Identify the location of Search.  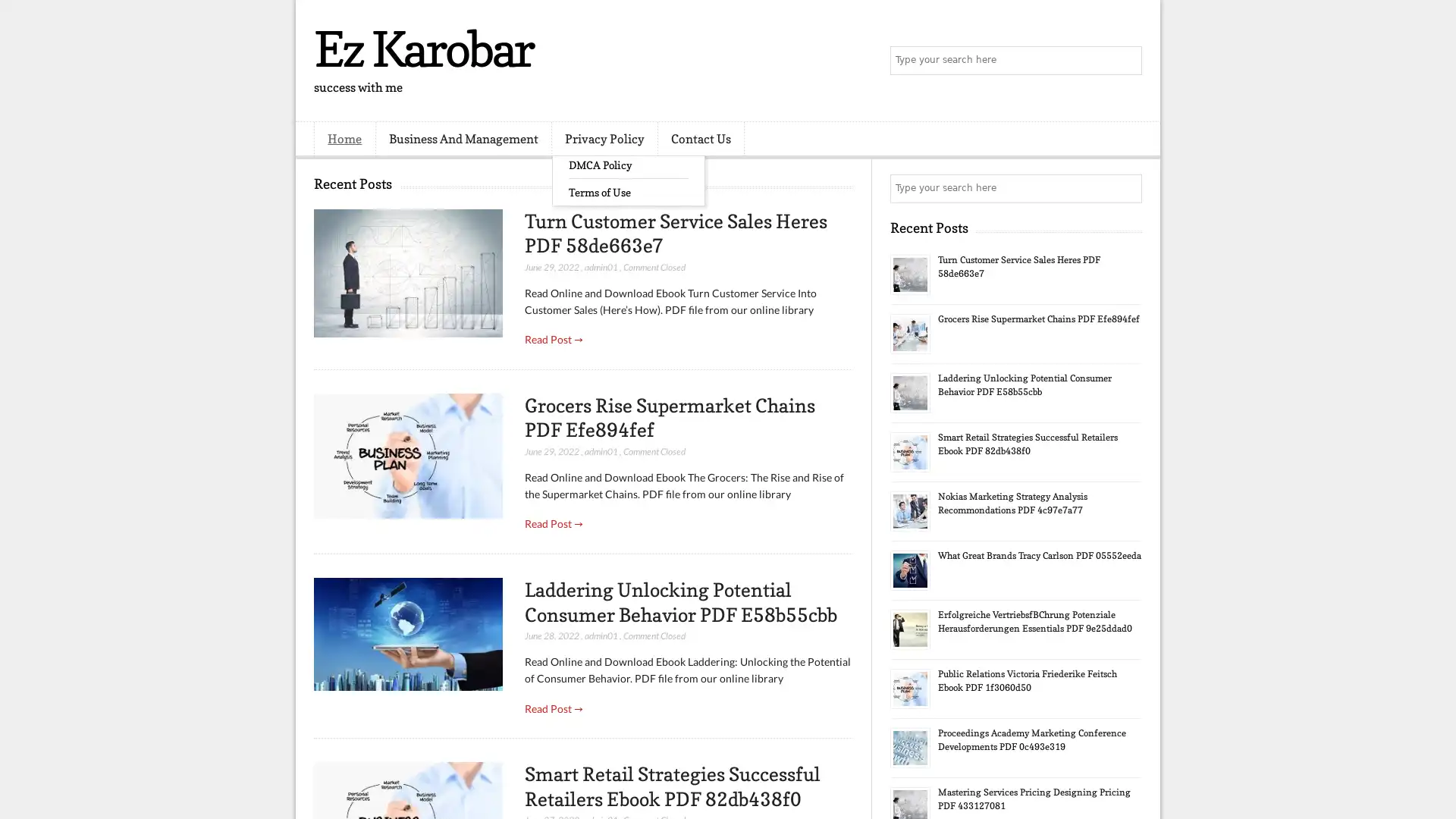
(1126, 188).